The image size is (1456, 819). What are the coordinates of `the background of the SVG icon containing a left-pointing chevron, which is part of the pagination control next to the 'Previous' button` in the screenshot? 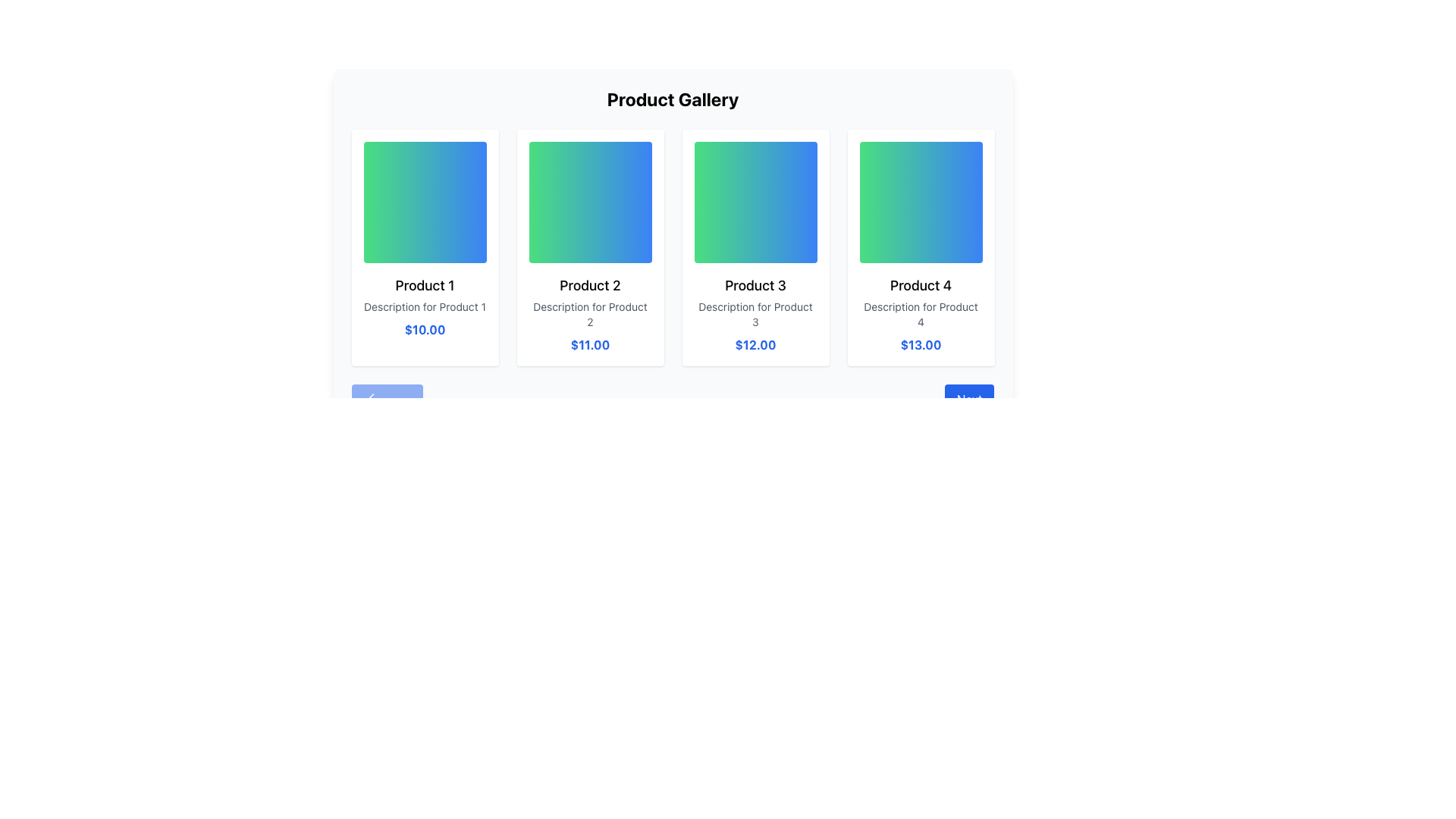 It's located at (371, 397).